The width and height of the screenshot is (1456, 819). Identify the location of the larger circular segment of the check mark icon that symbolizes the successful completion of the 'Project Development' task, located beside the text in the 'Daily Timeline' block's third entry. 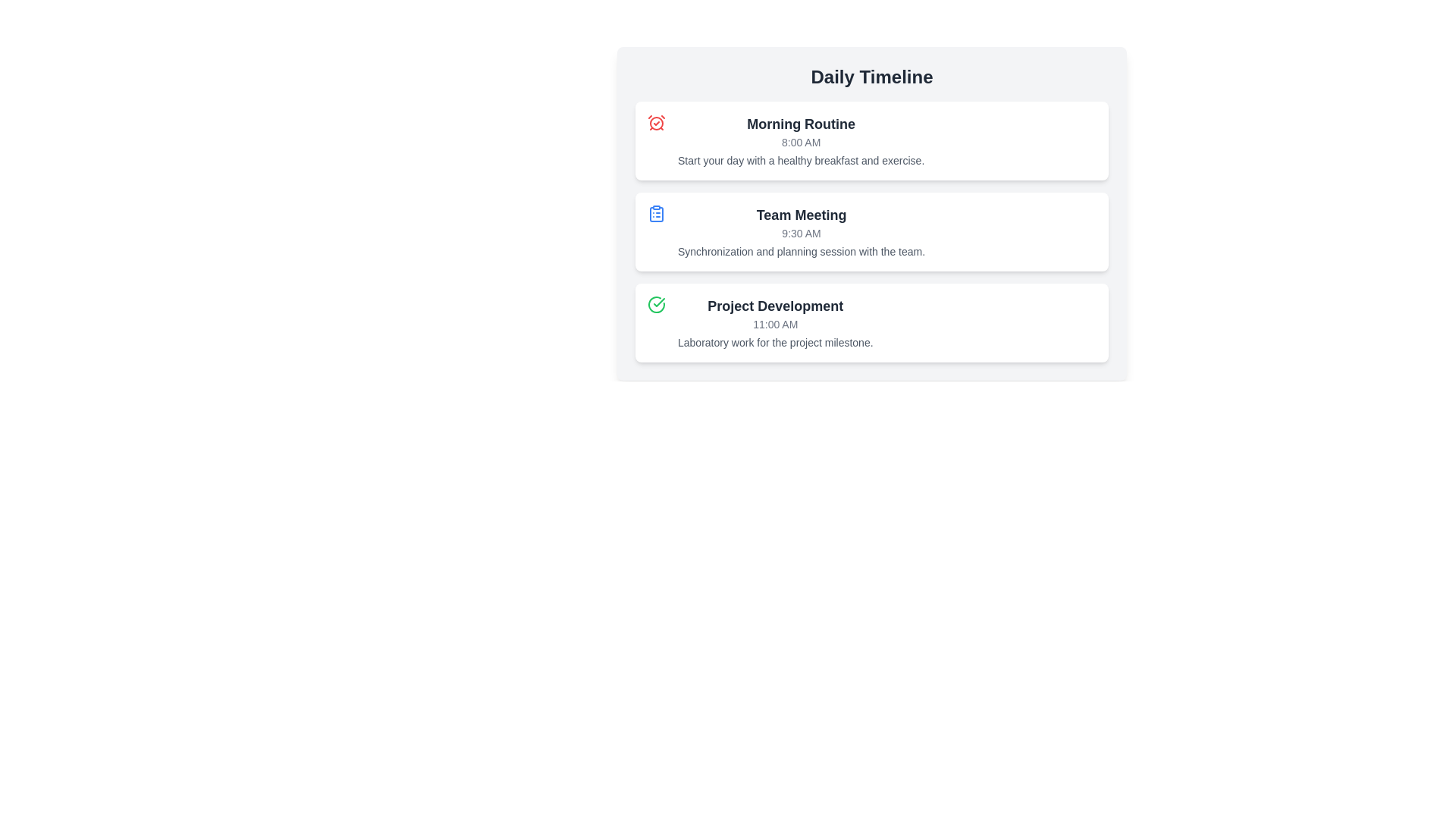
(656, 304).